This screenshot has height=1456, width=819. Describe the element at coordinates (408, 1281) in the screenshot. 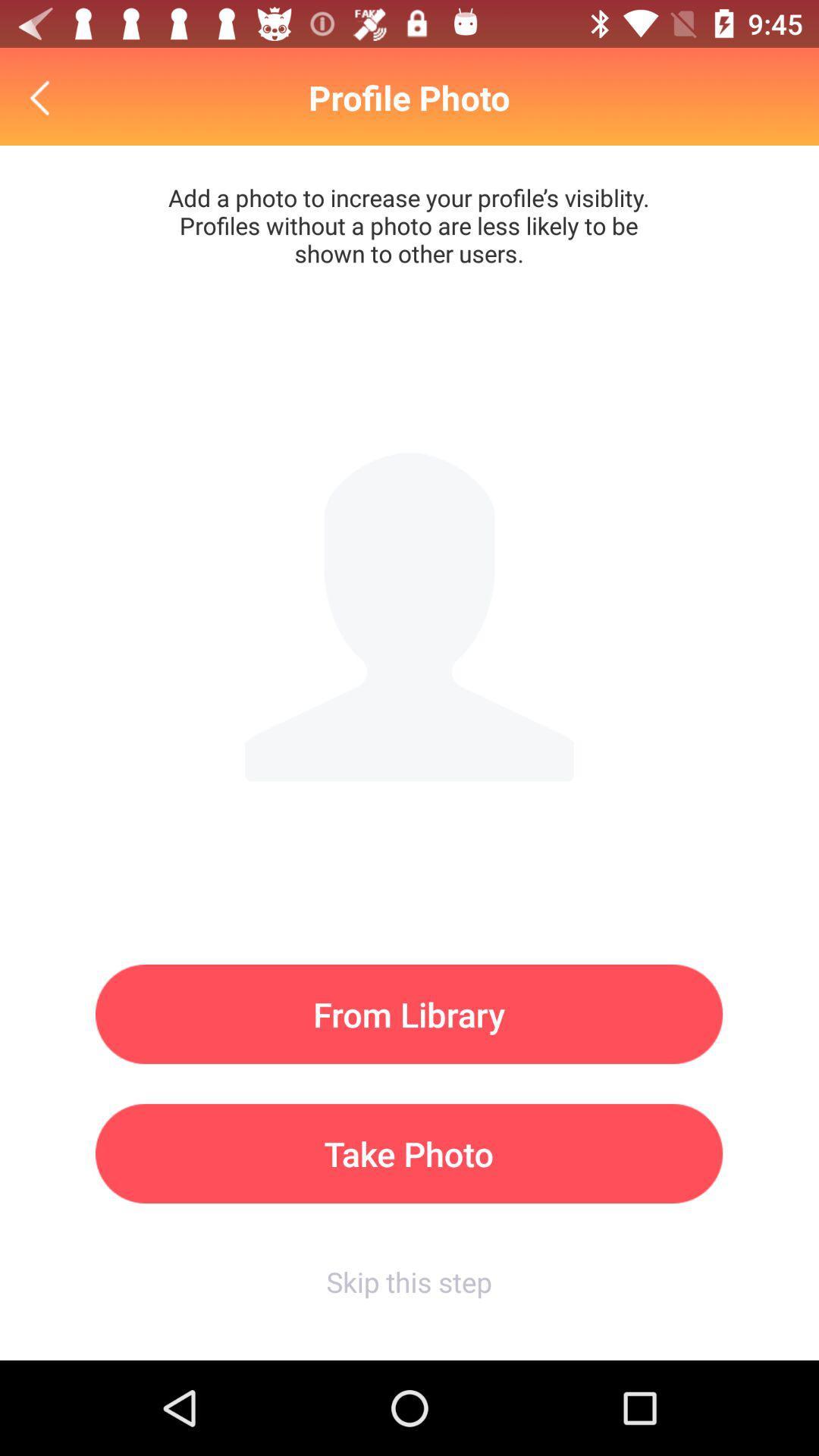

I see `icon below take photo item` at that location.